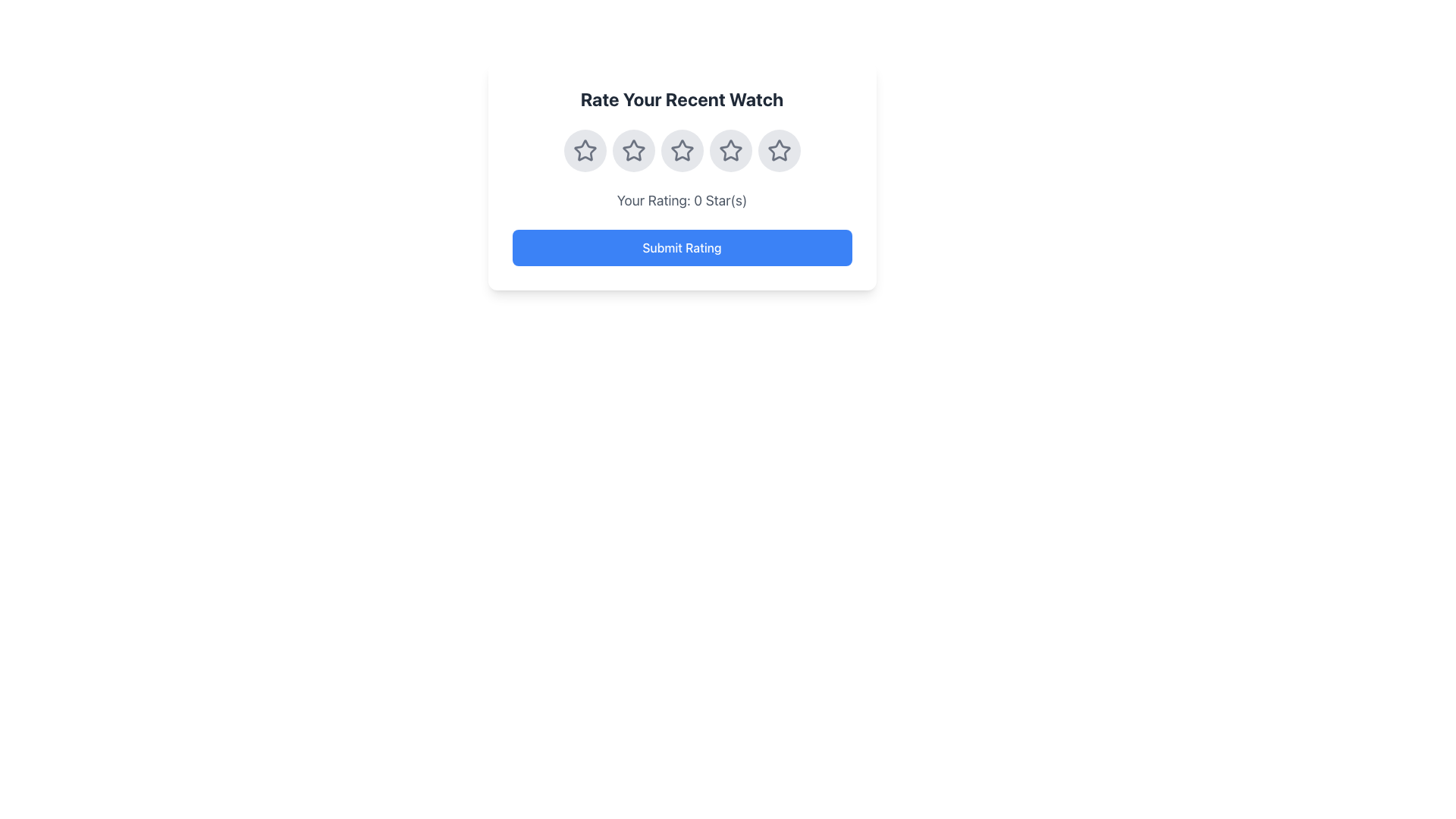  Describe the element at coordinates (681, 151) in the screenshot. I see `the third button in a horizontal row of five stars that allows the user to select a rating of three out of five stars for their recent watch` at that location.